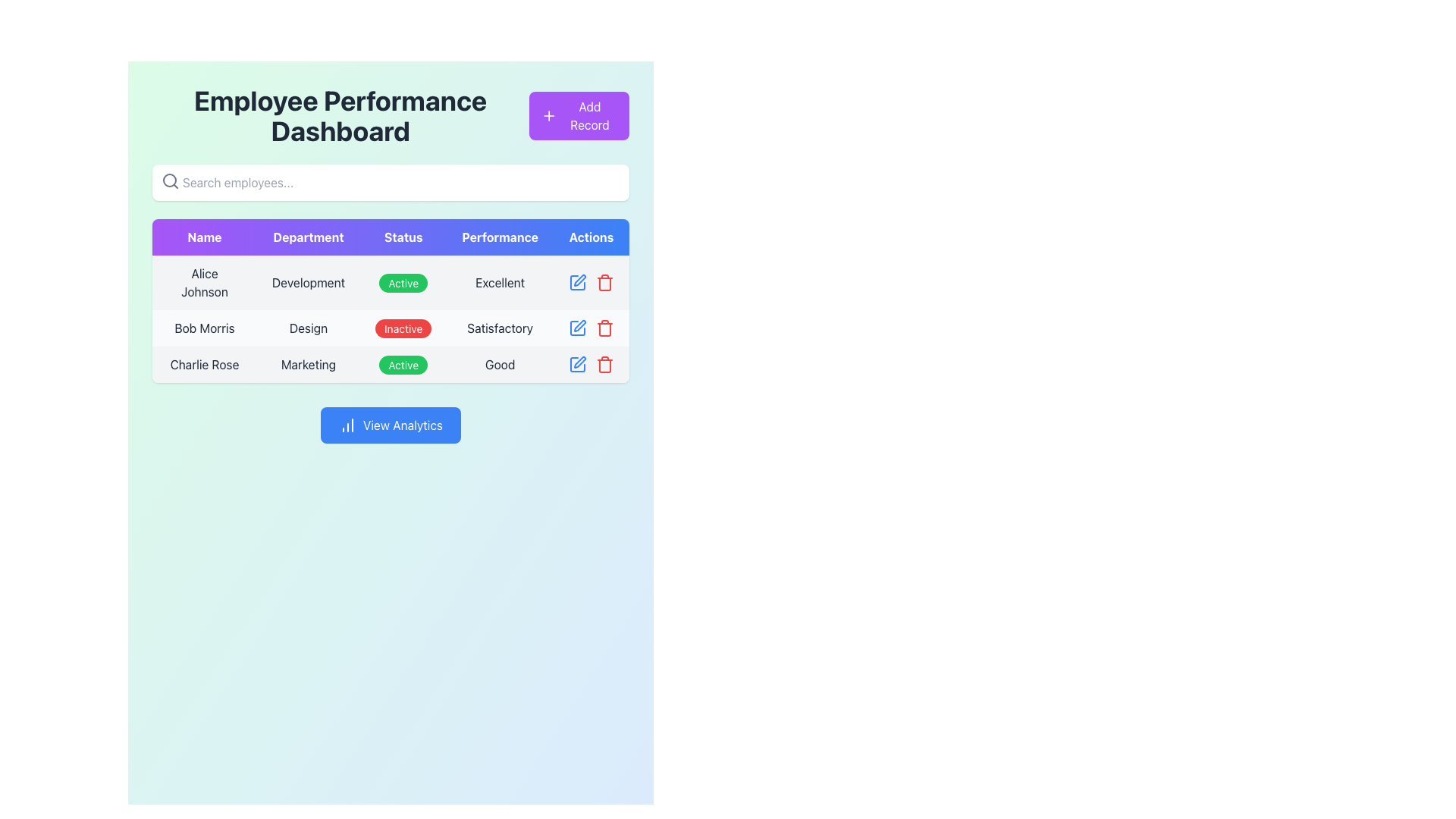  Describe the element at coordinates (391, 365) in the screenshot. I see `the status label displaying 'Active' for 'Charlie Rose' located in the third cell of the third row in the table` at that location.